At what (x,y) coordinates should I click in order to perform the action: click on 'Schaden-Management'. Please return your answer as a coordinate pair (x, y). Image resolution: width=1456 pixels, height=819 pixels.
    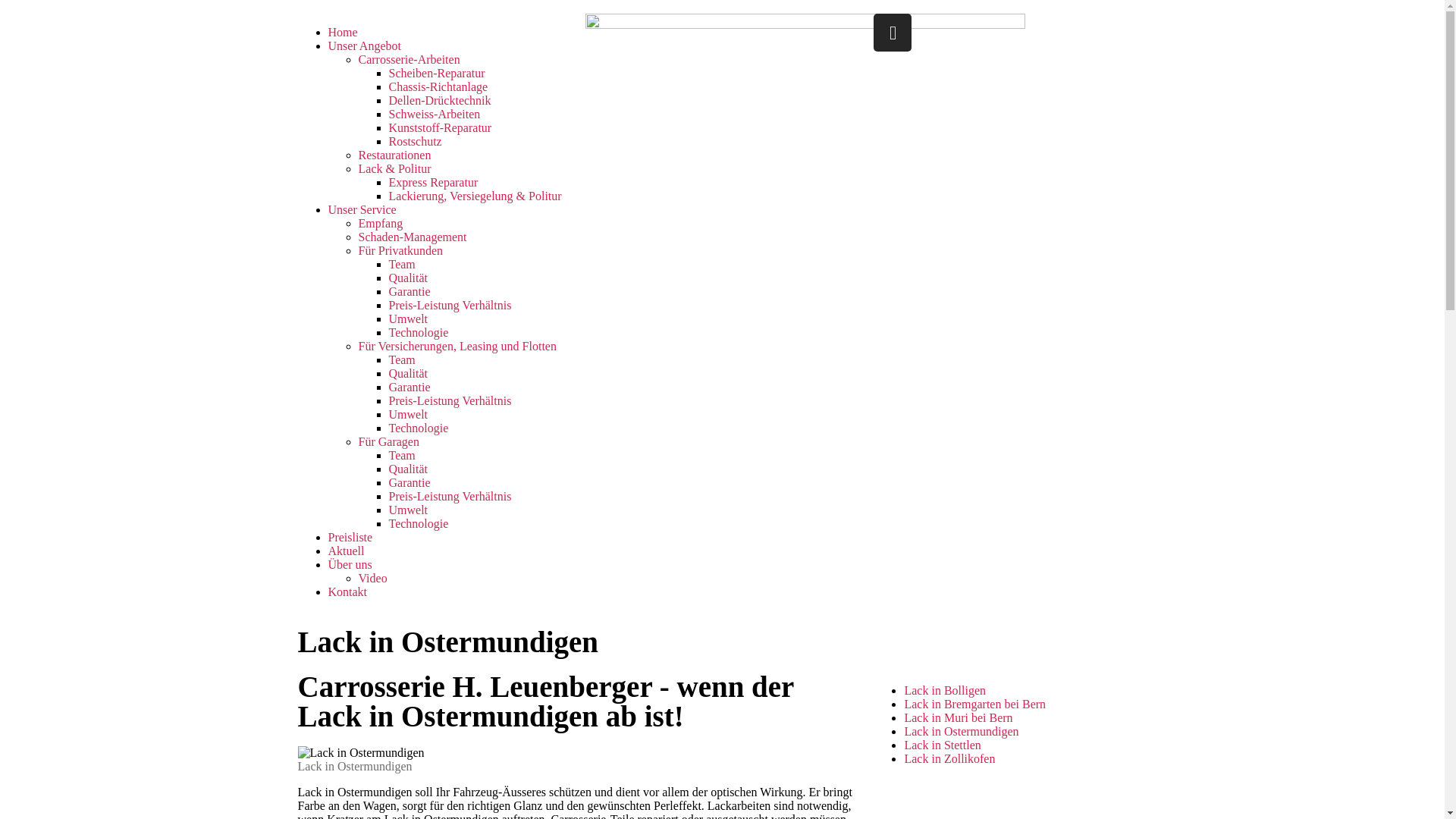
    Looking at the image, I should click on (412, 237).